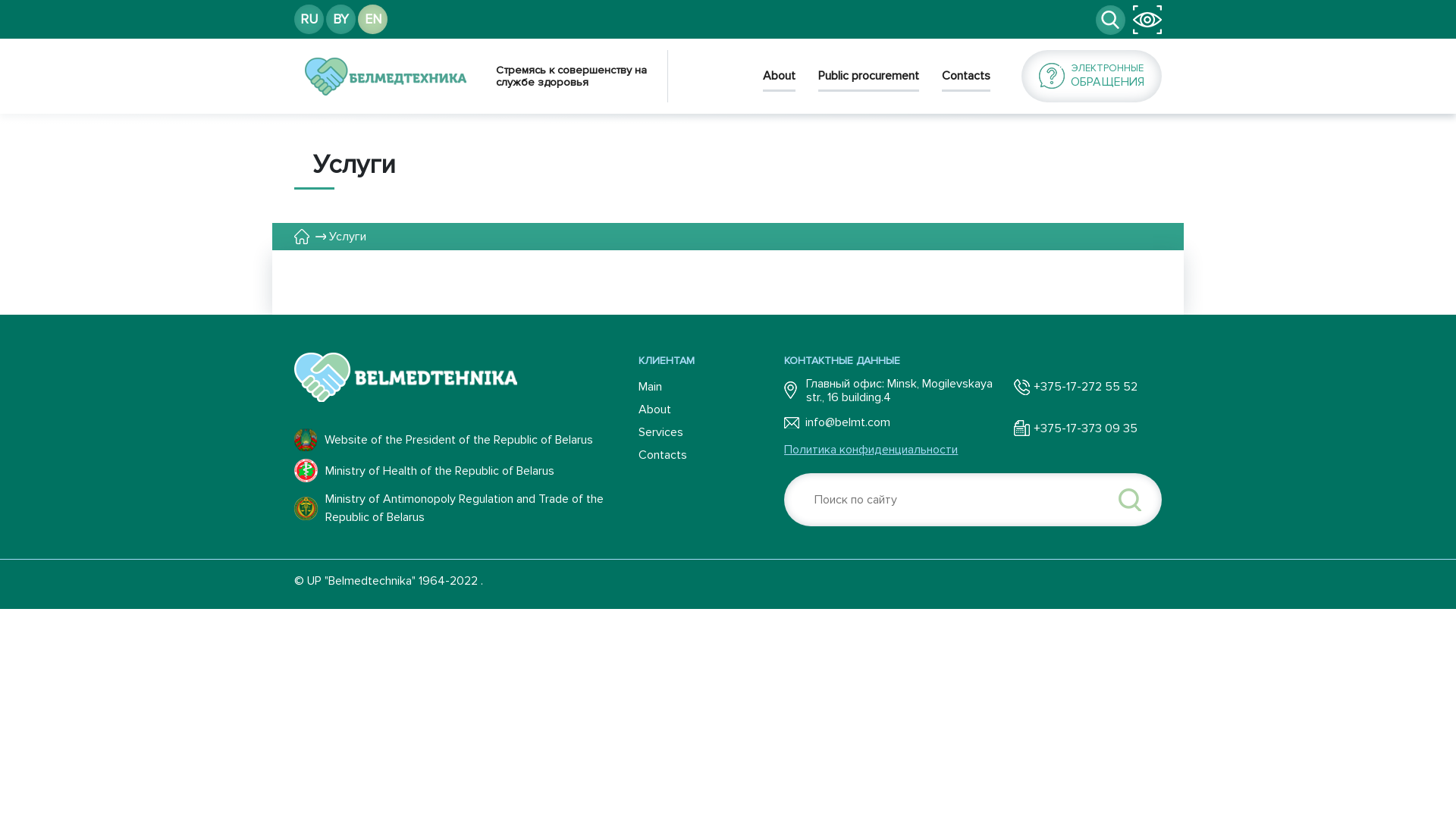  I want to click on 'Ministry of Health of the Republic of Belarus', so click(465, 469).